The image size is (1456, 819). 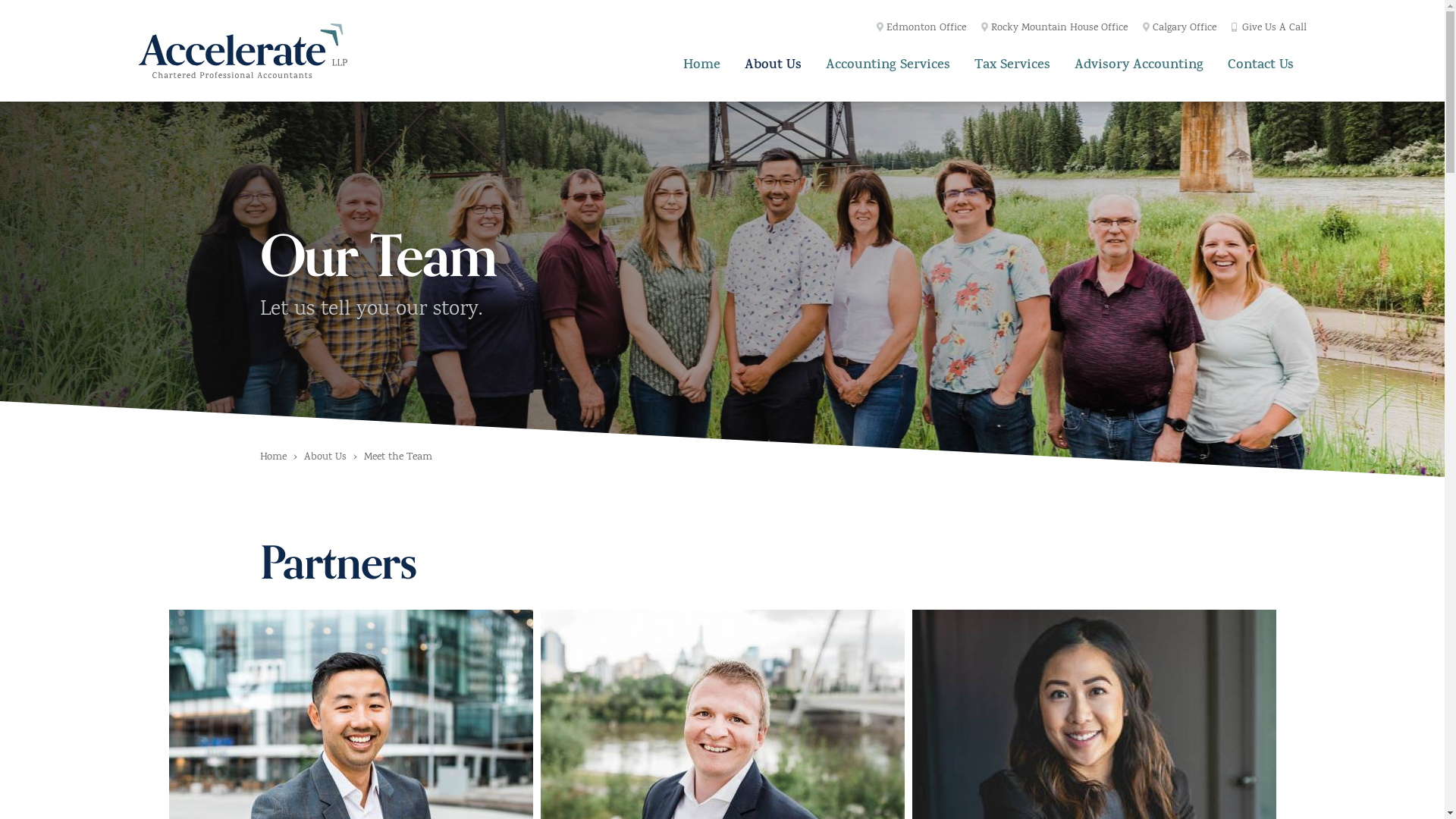 I want to click on 'Contact Us', so click(x=1260, y=63).